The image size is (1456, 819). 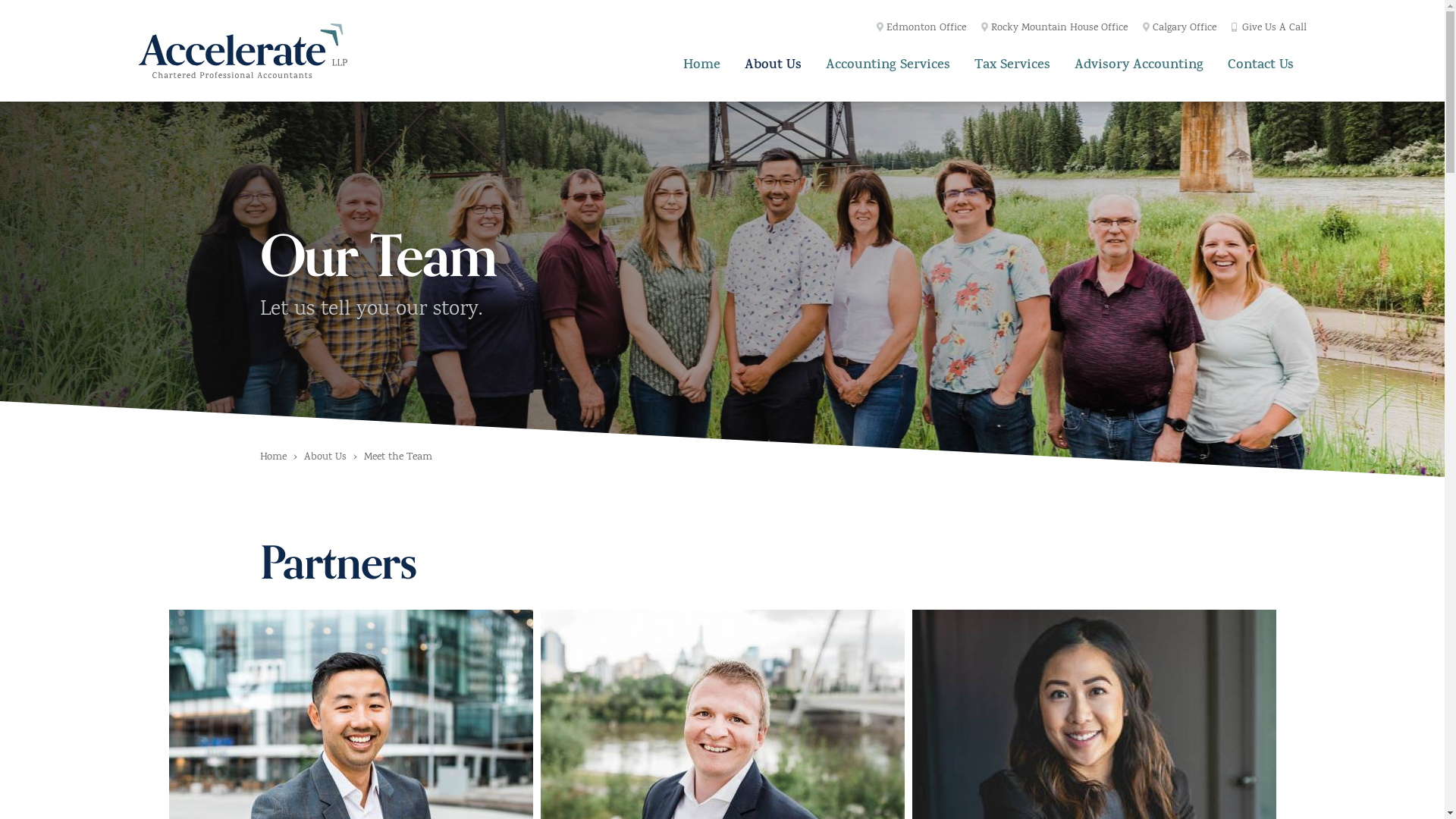 I want to click on 'Contact Us', so click(x=1260, y=63).